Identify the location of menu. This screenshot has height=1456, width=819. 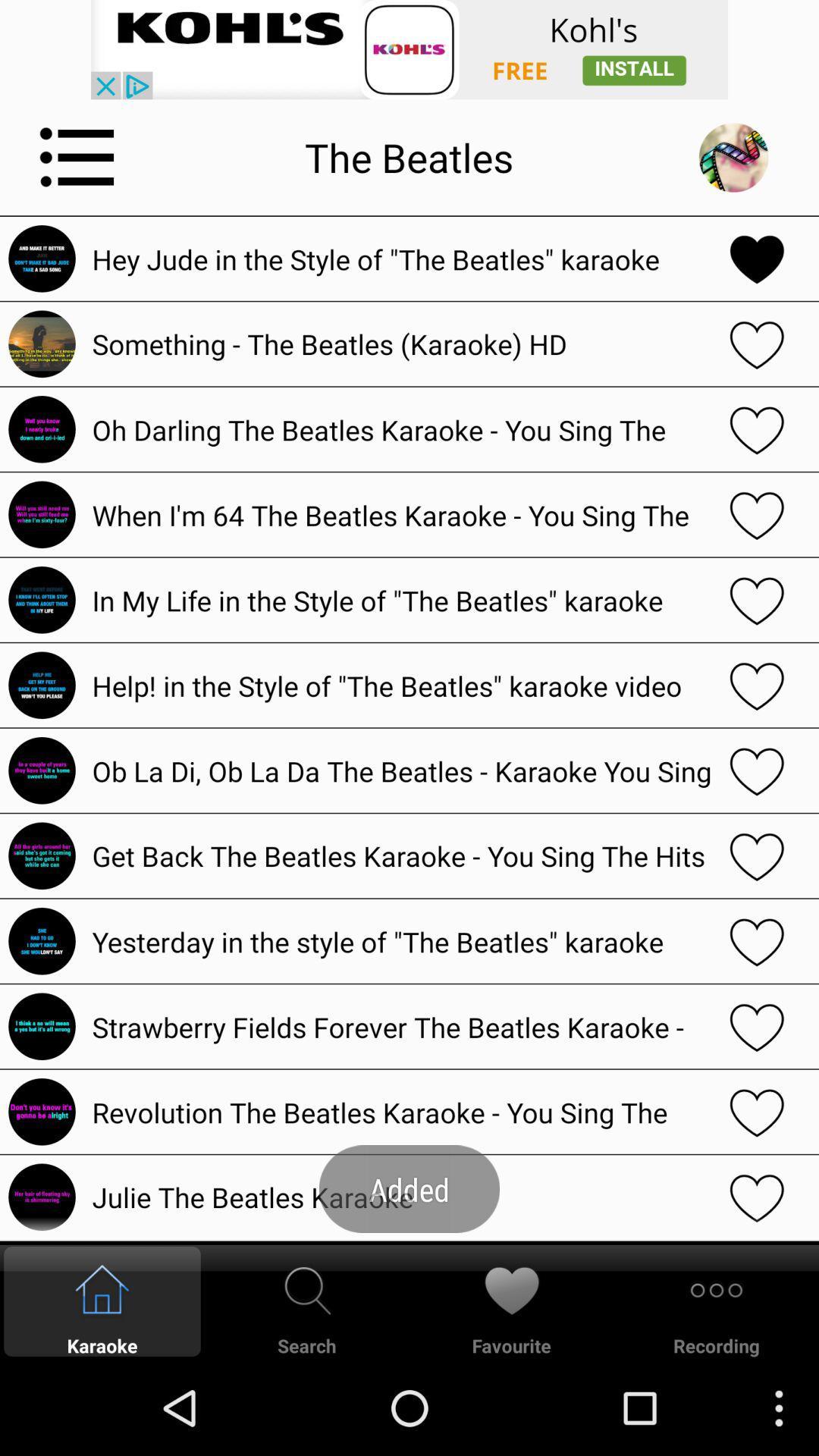
(77, 157).